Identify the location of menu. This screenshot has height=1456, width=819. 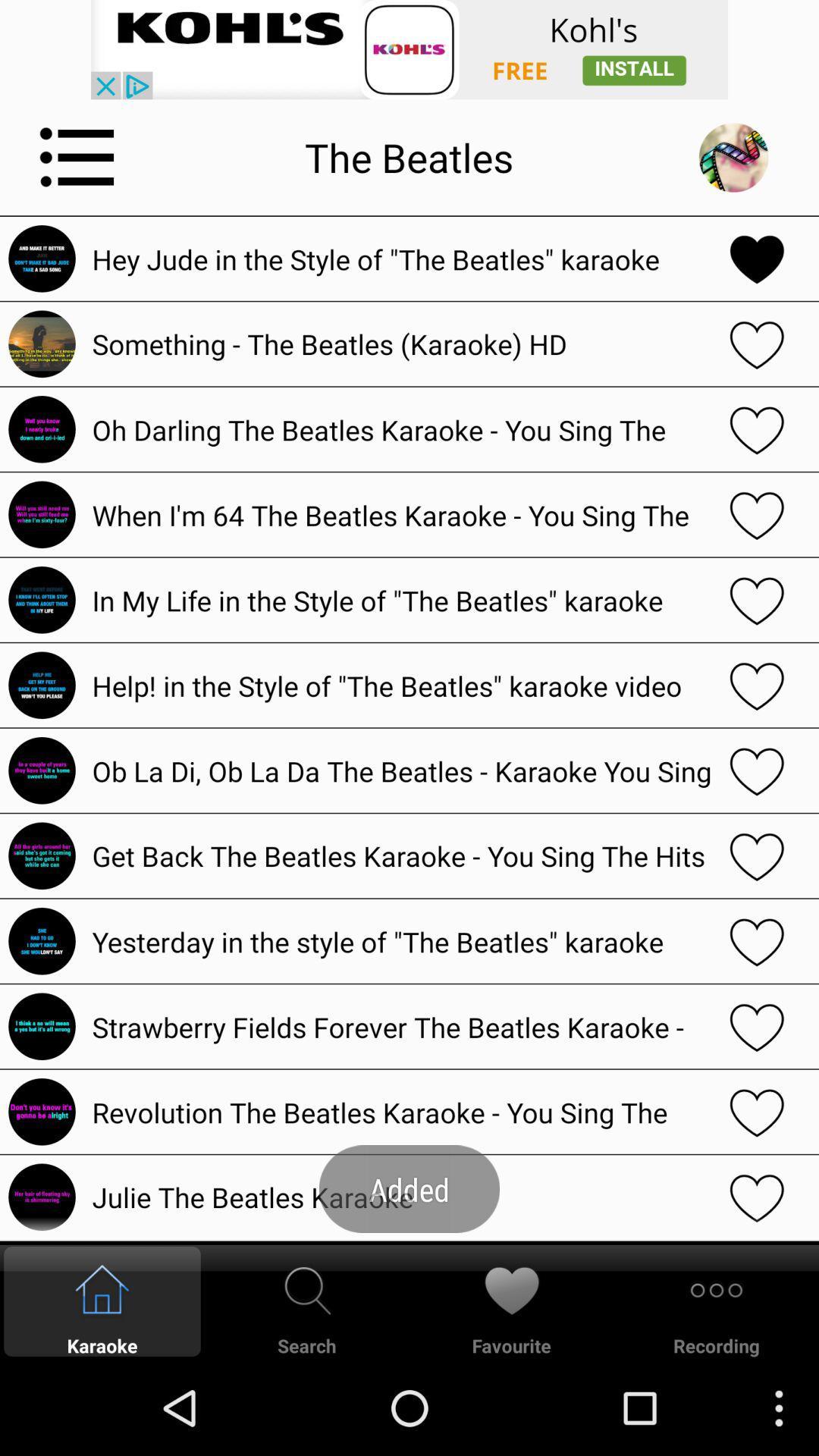
(77, 157).